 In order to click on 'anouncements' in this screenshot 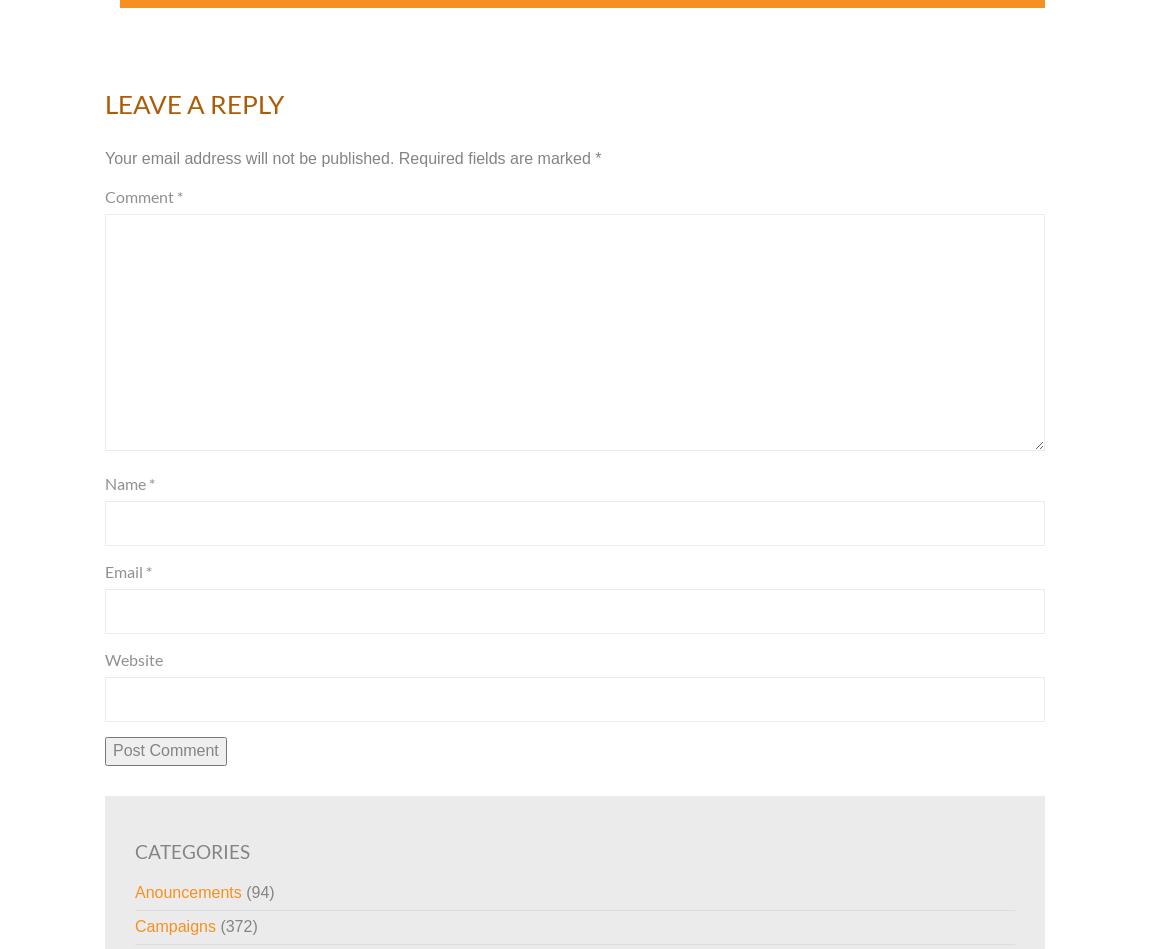, I will do `click(187, 891)`.